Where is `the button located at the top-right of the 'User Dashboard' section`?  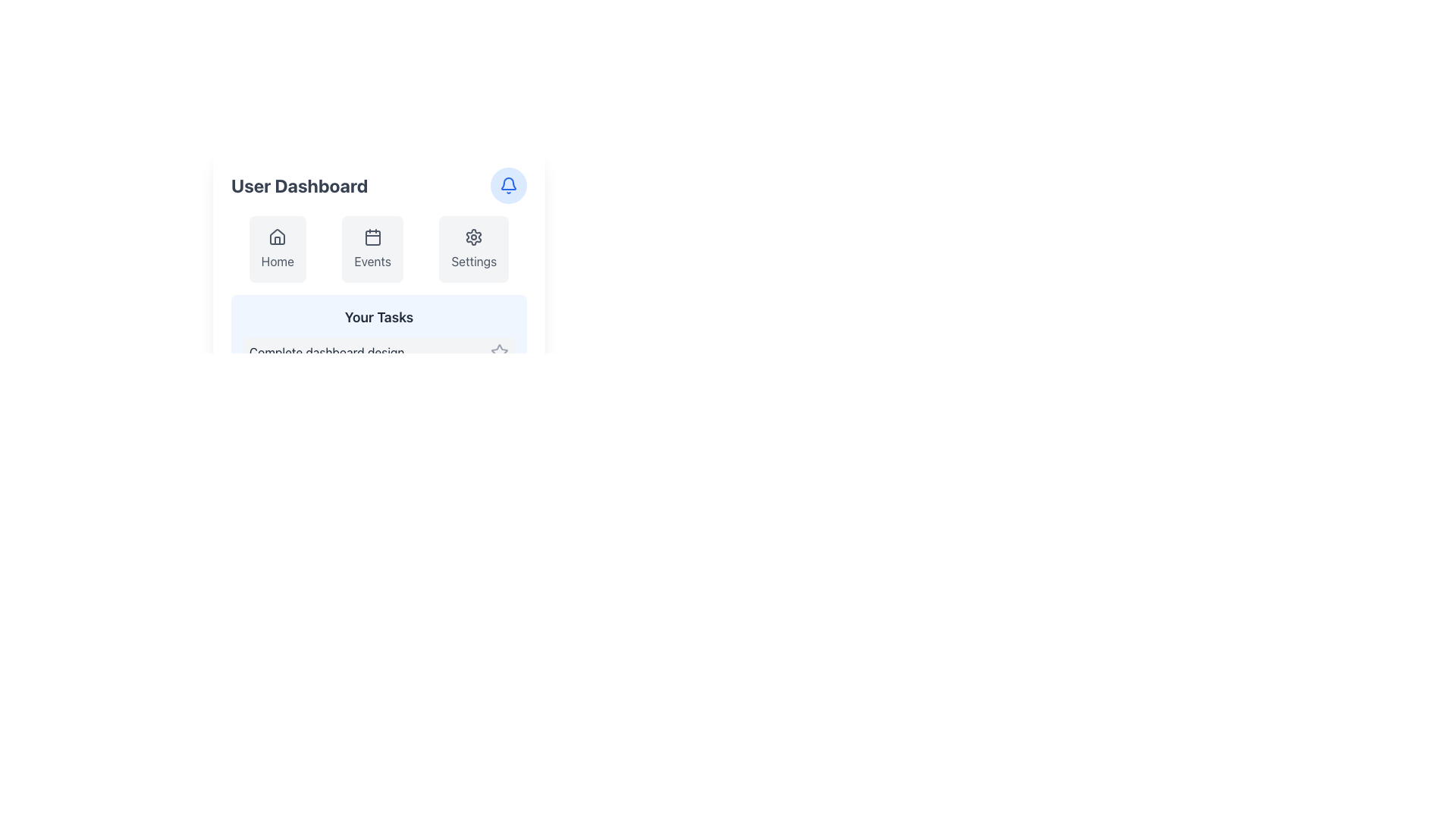
the button located at the top-right of the 'User Dashboard' section is located at coordinates (509, 185).